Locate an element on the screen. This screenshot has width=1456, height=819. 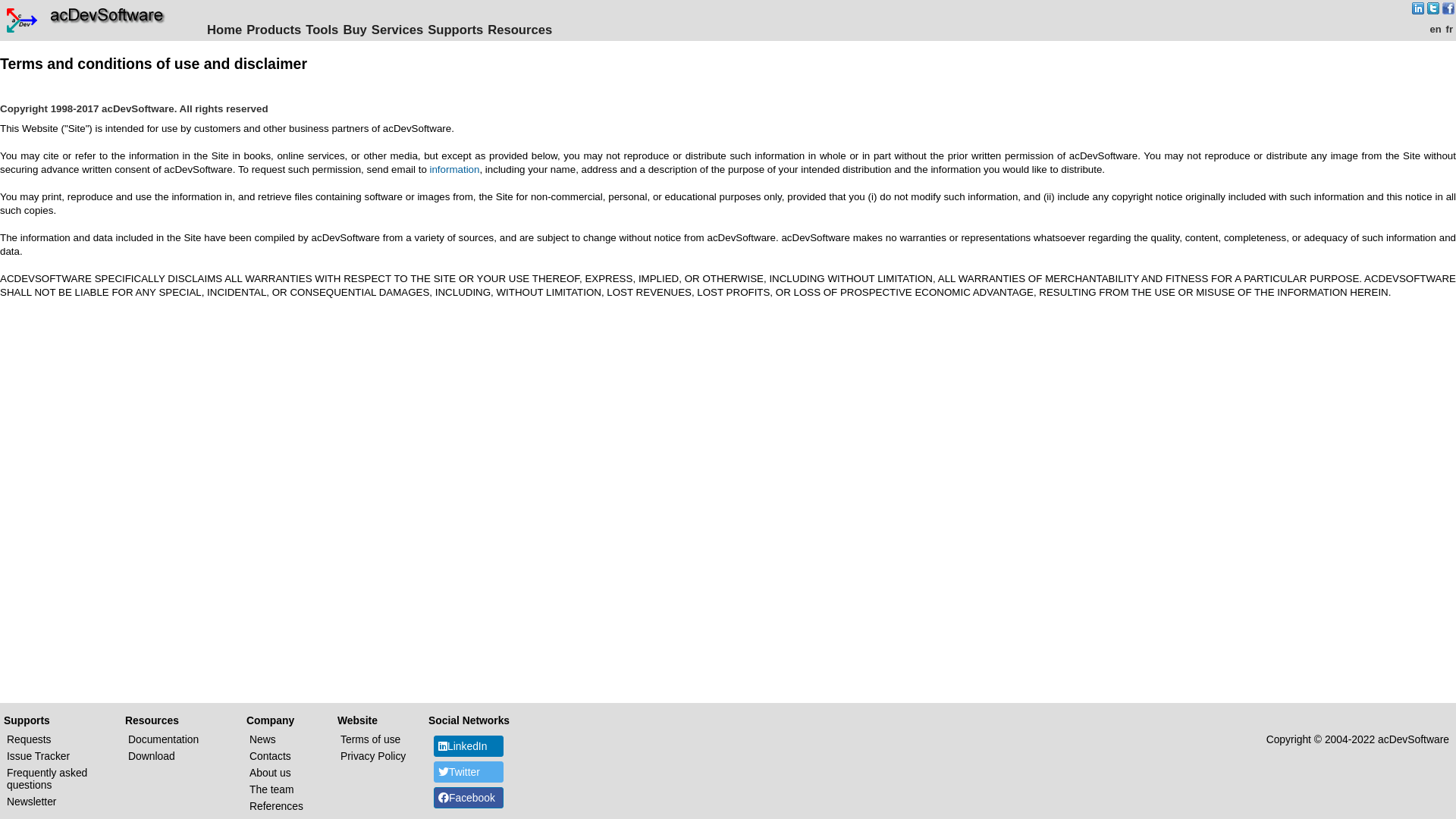
'News' is located at coordinates (262, 739).